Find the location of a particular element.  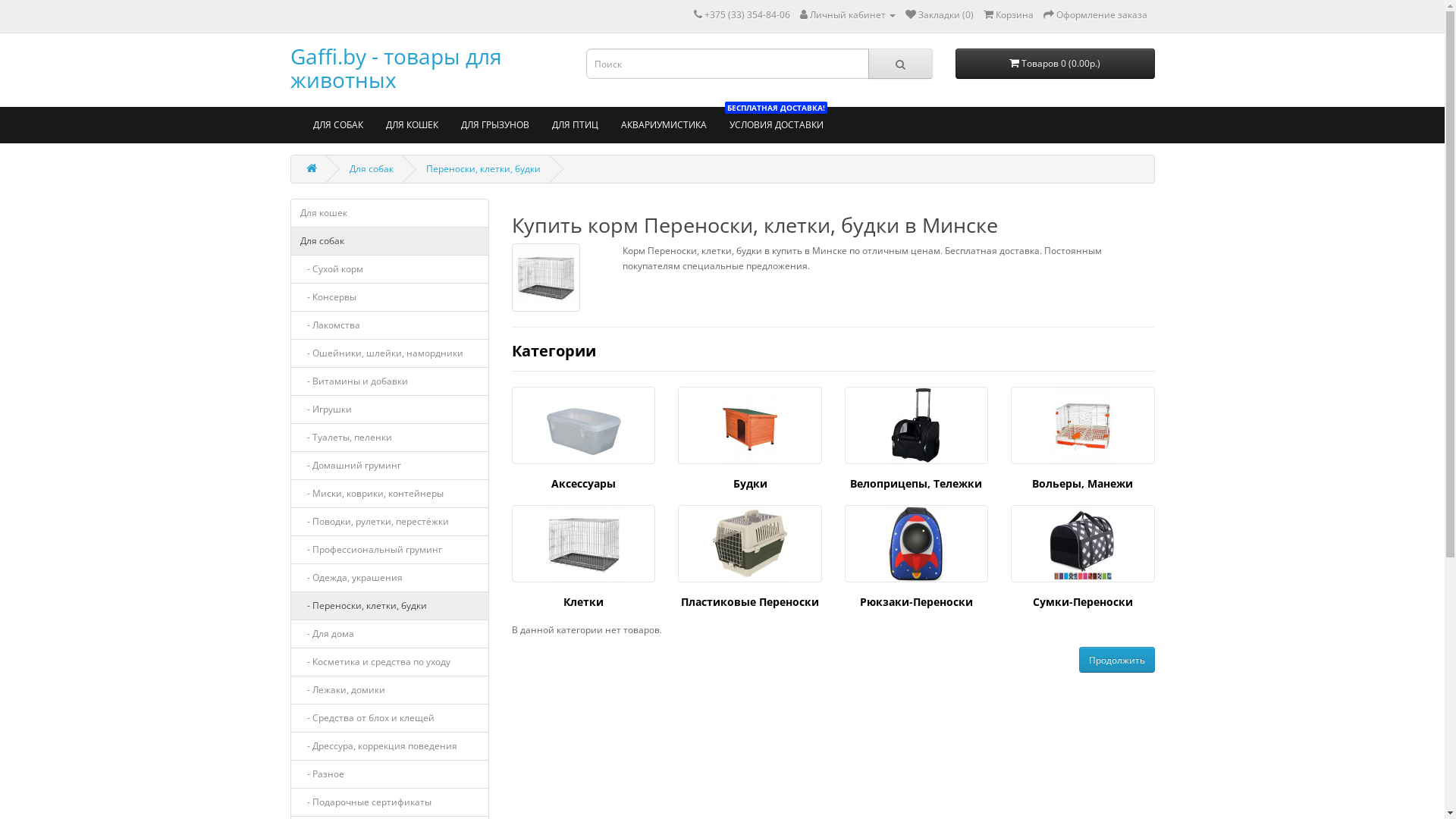

'+375 (33) 354-84-06' is located at coordinates (702, 14).